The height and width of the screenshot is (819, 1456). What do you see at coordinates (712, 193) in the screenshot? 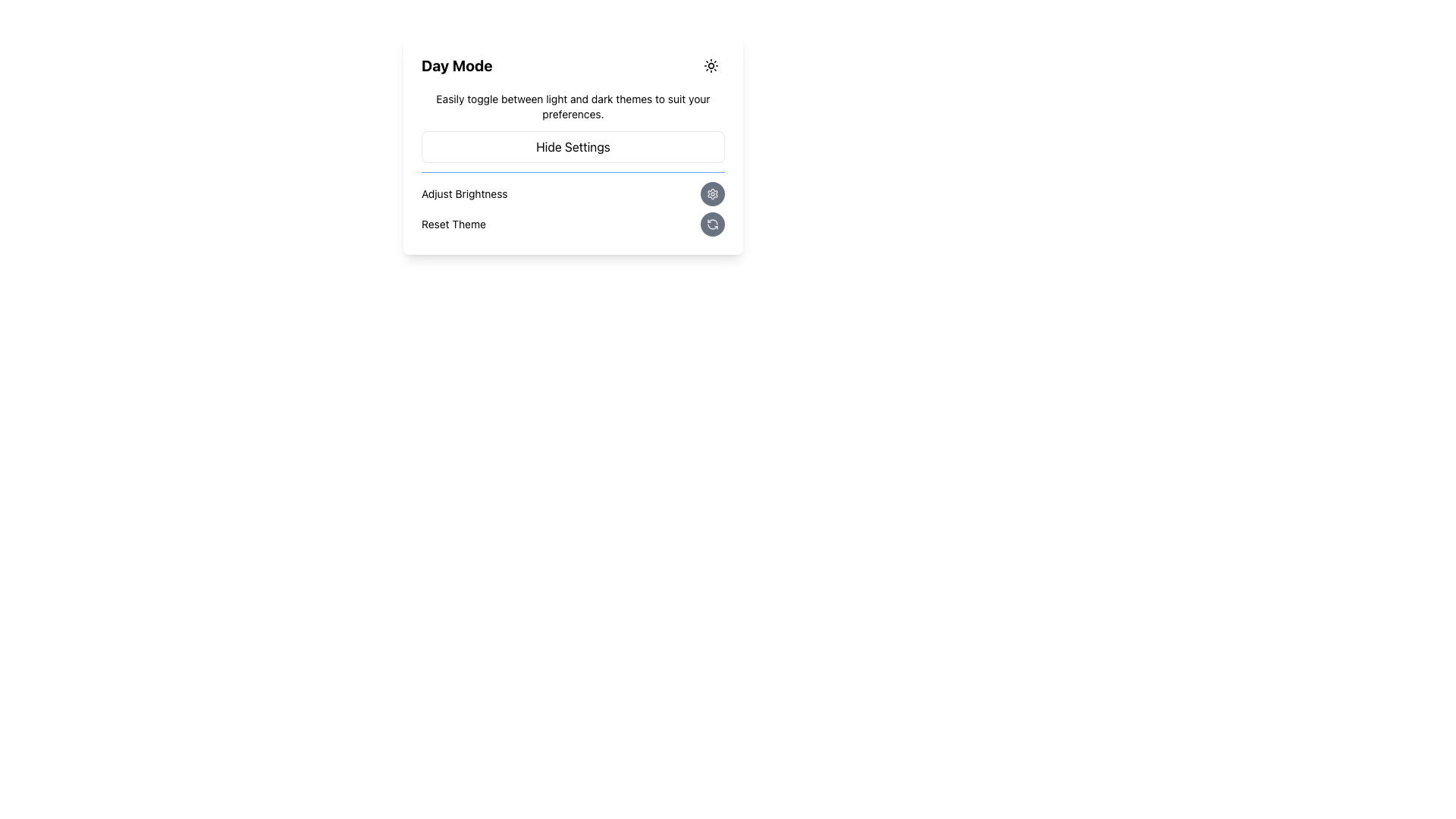
I see `the settings icon located within a rounded button at the bottom right corner of the settings panel` at bounding box center [712, 193].